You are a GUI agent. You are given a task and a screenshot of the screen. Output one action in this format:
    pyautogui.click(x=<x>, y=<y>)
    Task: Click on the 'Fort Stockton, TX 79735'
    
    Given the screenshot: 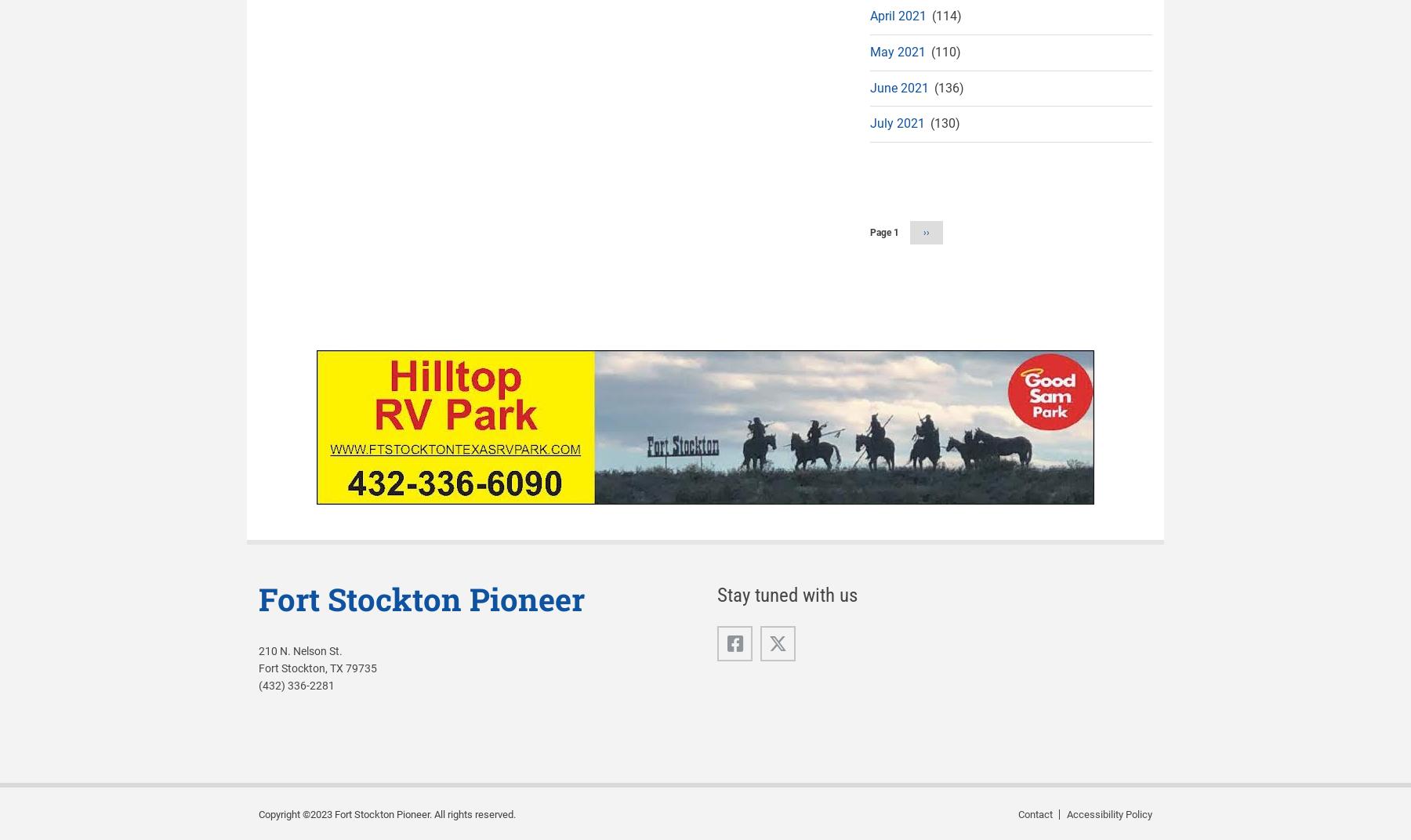 What is the action you would take?
    pyautogui.click(x=257, y=667)
    